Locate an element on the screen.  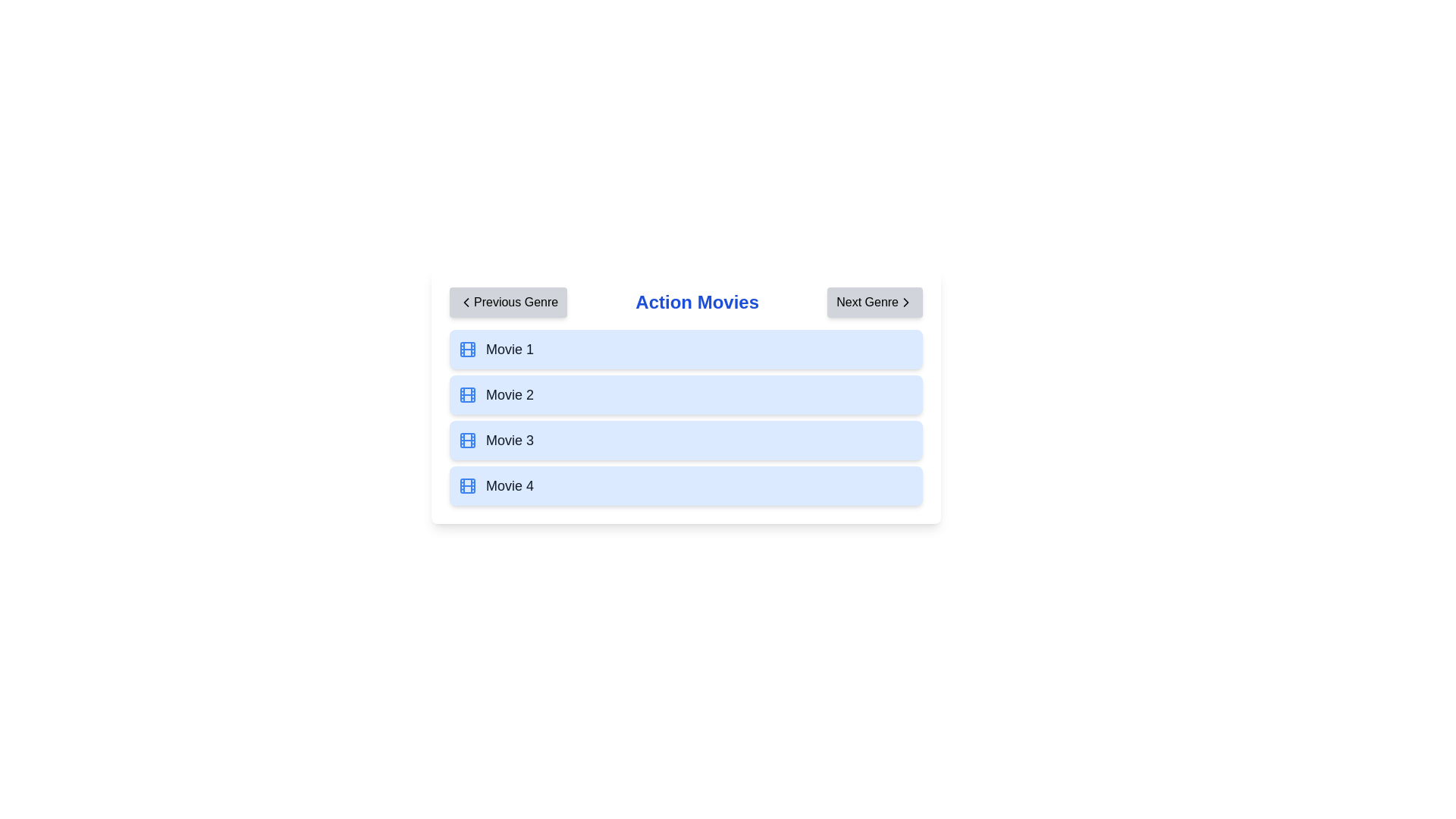
the blue film reel icon located in the left portion of the second row of entries in the 'Action Movies' section is located at coordinates (467, 394).